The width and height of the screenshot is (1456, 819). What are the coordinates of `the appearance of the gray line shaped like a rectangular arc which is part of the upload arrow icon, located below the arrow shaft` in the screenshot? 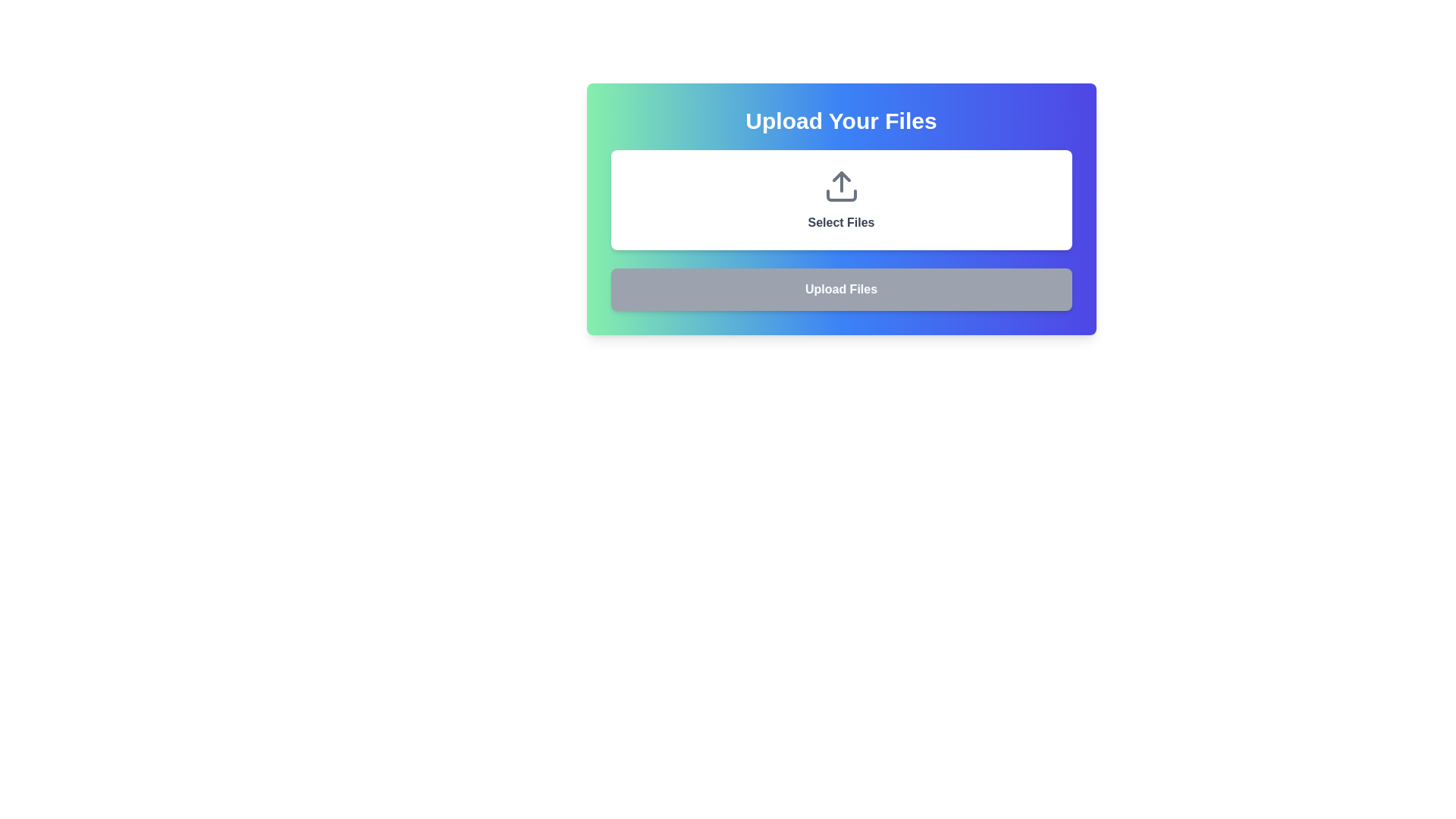 It's located at (840, 195).